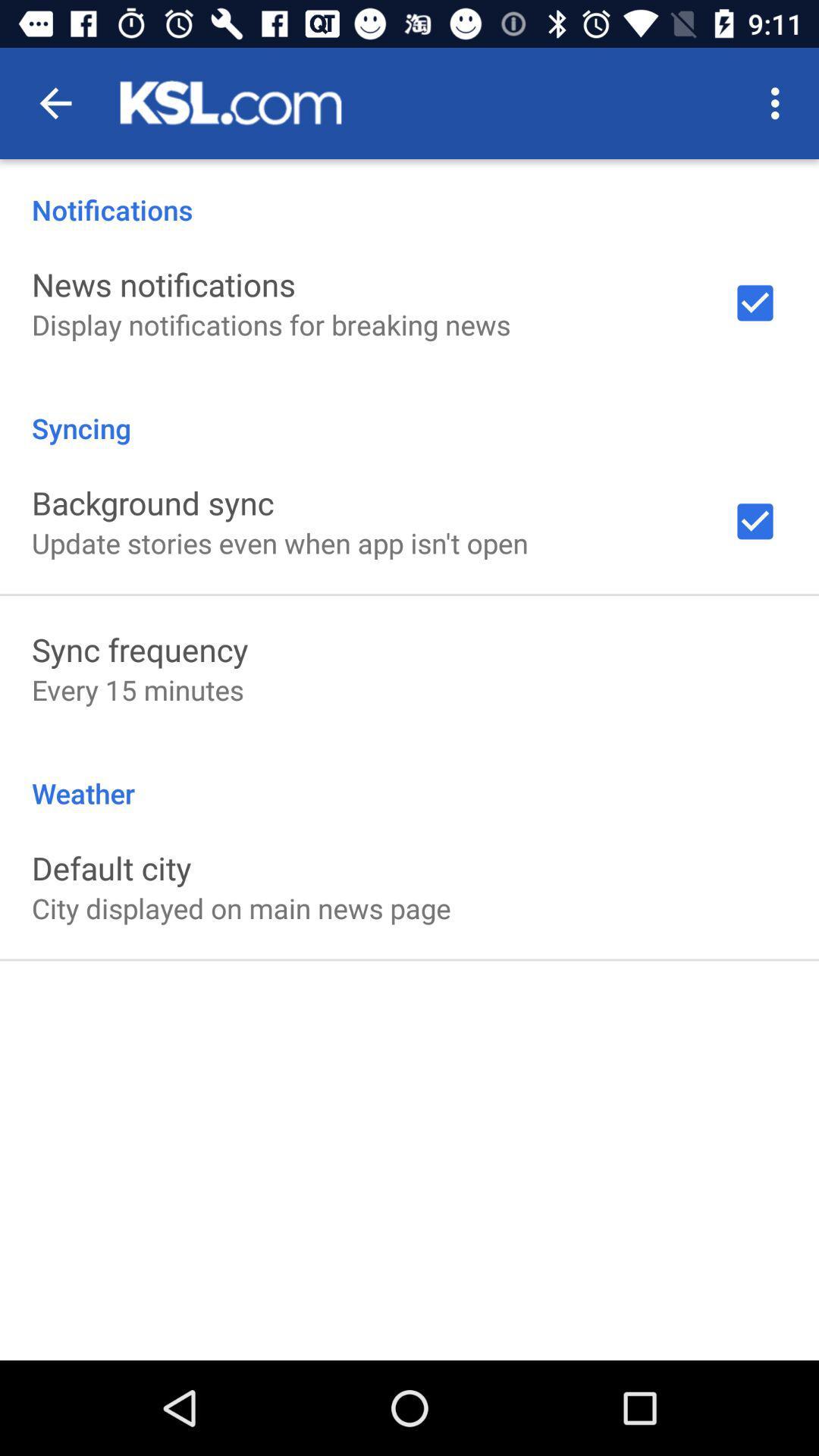  What do you see at coordinates (280, 543) in the screenshot?
I see `the icon above the sync frequency item` at bounding box center [280, 543].